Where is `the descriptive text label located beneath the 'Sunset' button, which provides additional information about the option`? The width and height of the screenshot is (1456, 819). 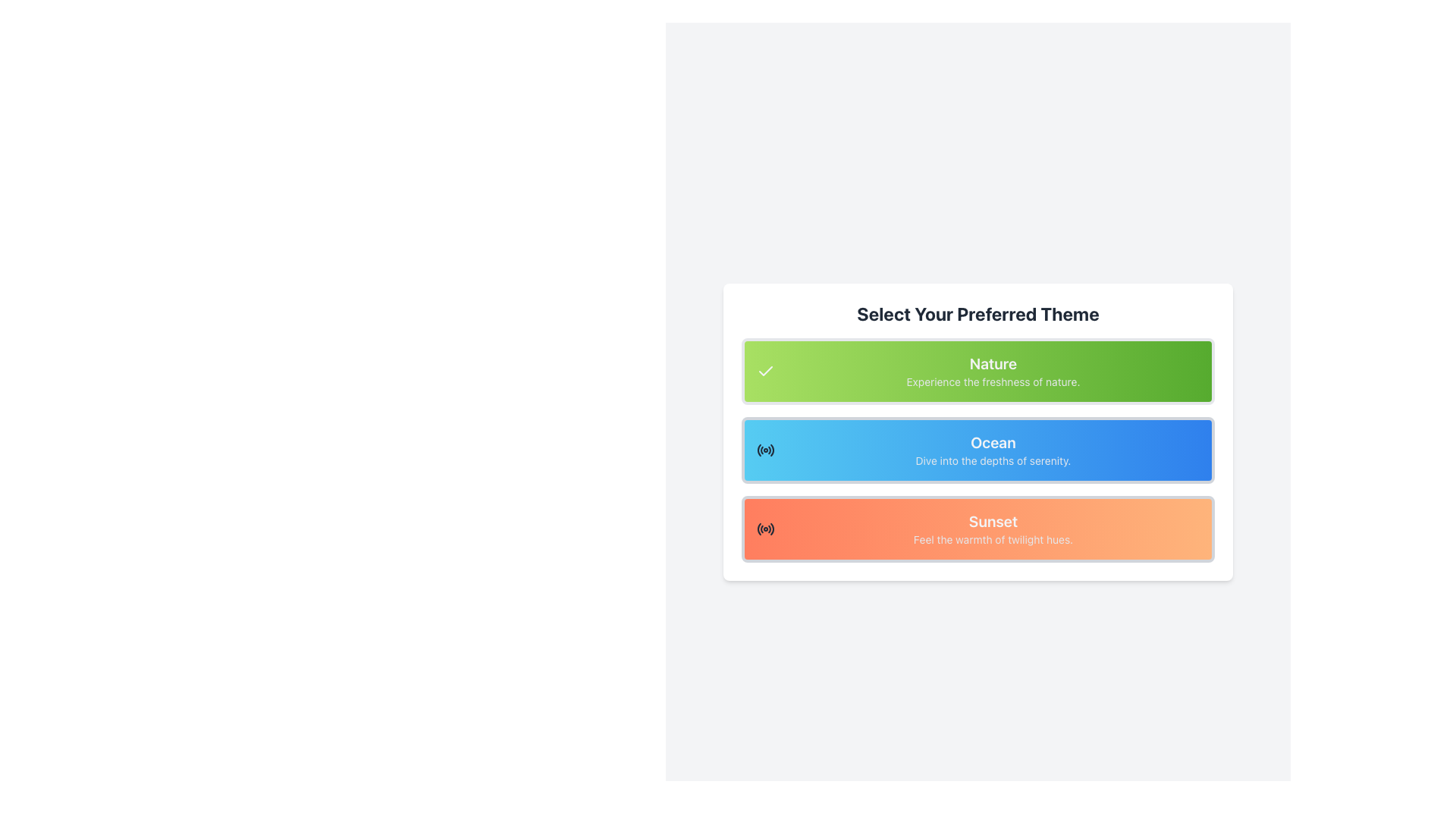
the descriptive text label located beneath the 'Sunset' button, which provides additional information about the option is located at coordinates (993, 539).